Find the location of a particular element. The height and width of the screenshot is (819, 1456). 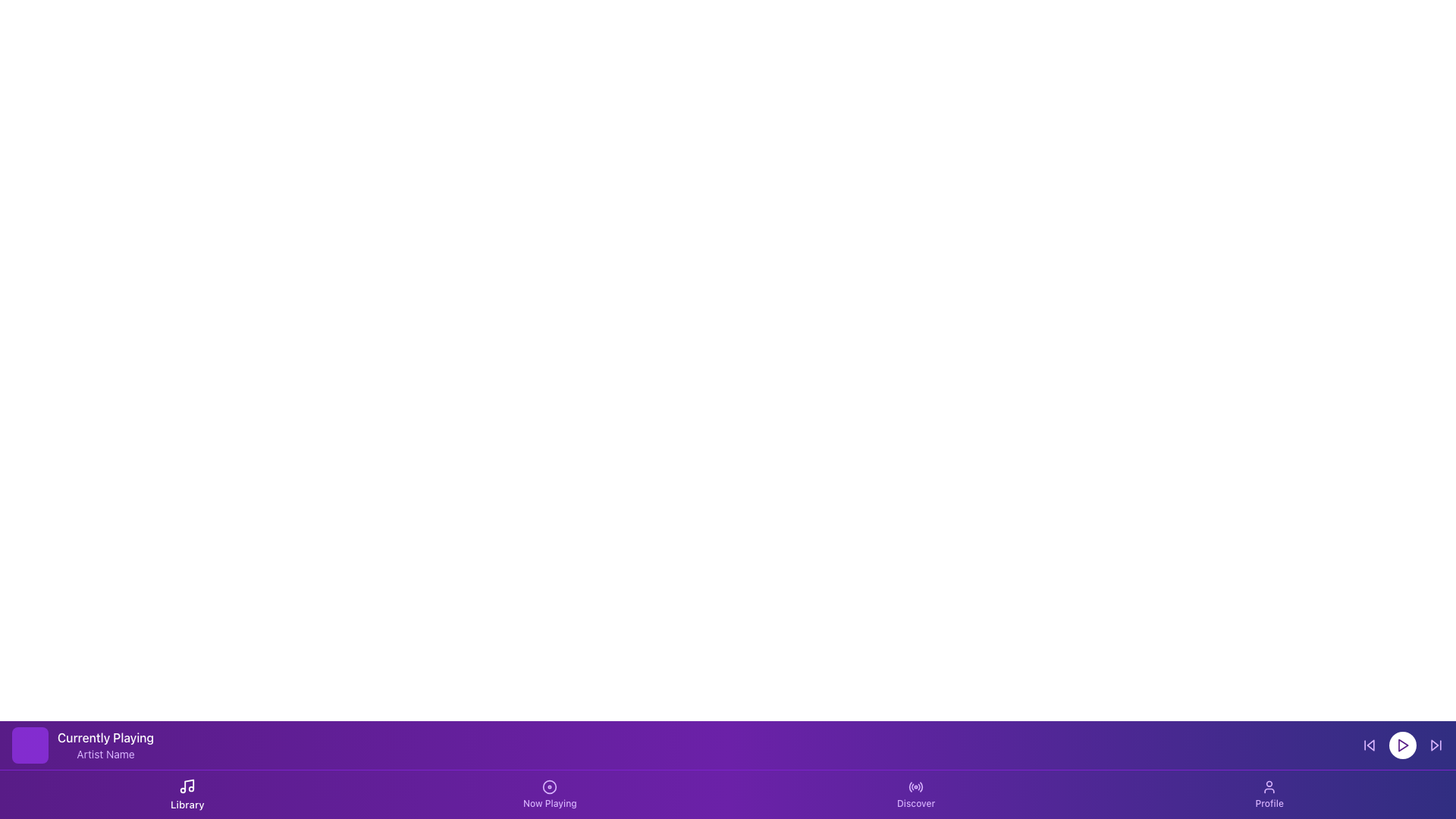

the user profile icon, which is a circular head and shoulders figure outlined in purple located in the bottom navigation bar above the 'Profile' label is located at coordinates (1269, 786).